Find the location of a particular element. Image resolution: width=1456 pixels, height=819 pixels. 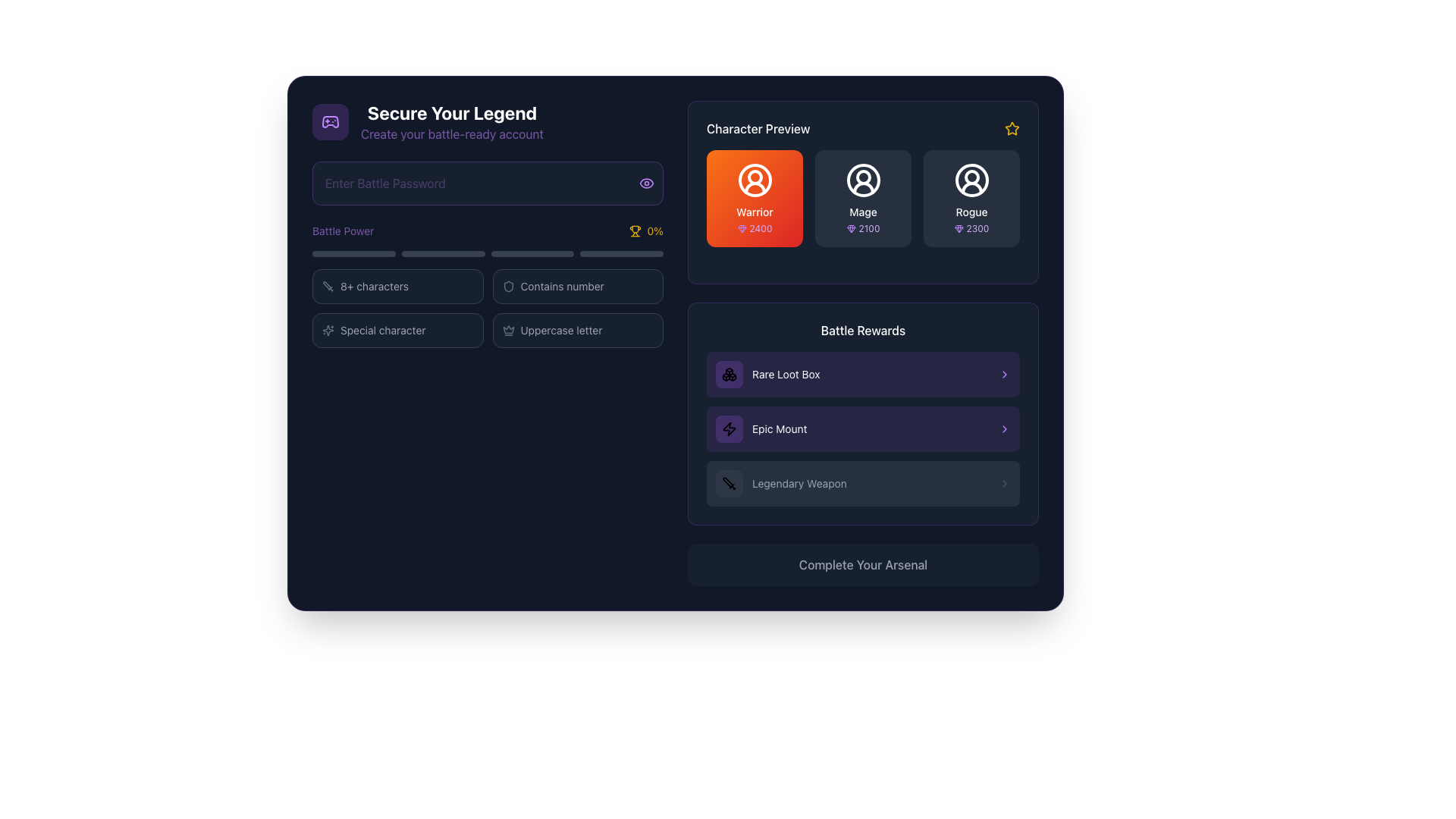

the static text label displaying 'Uppercase letter', which is styled in a small, gray, and slightly dimmed font, located under the 'Special character' option in the password strength guidelines is located at coordinates (560, 329).